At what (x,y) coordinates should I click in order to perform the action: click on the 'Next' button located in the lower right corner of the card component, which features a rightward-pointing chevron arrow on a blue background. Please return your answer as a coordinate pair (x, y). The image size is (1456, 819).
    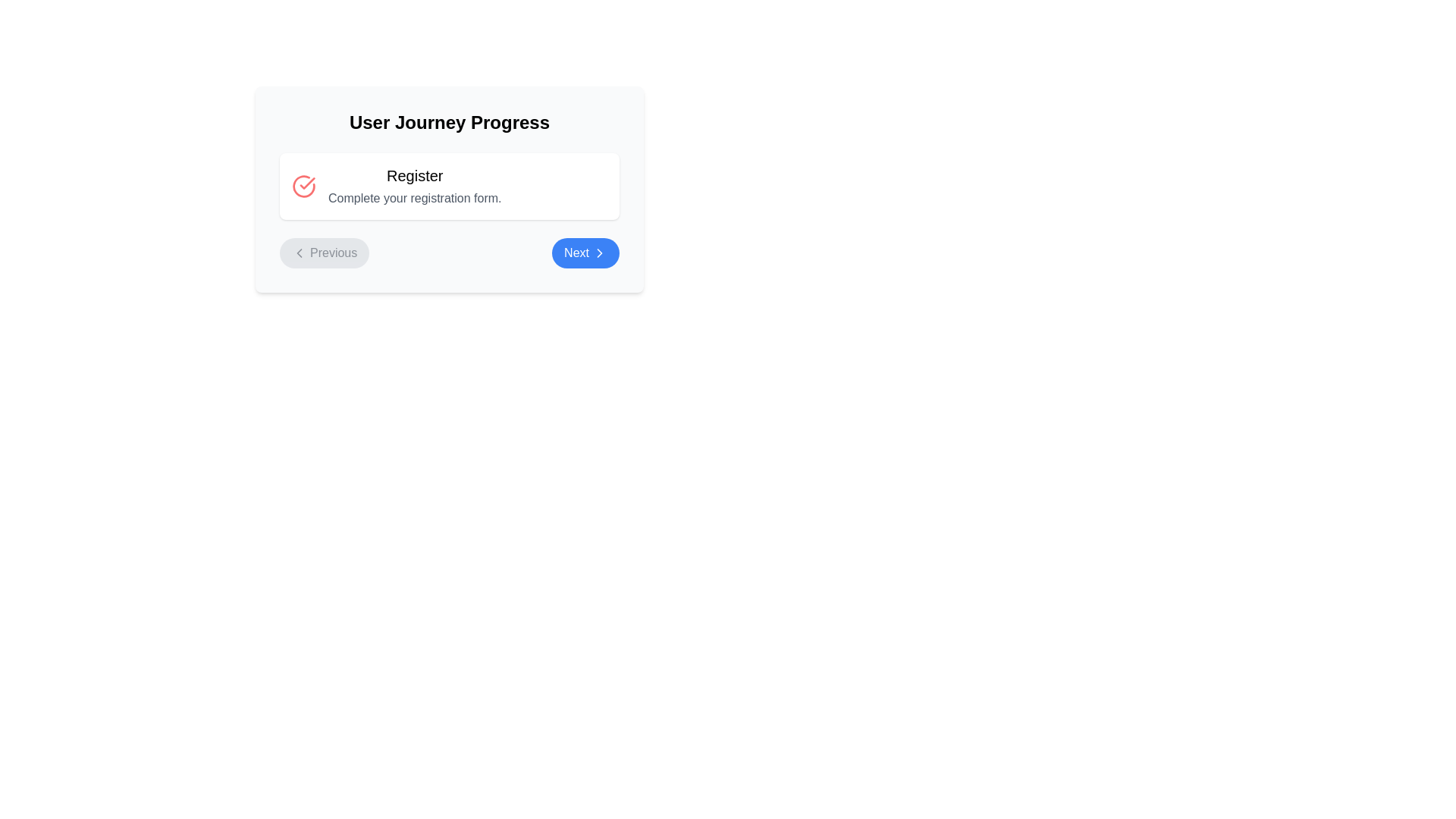
    Looking at the image, I should click on (599, 253).